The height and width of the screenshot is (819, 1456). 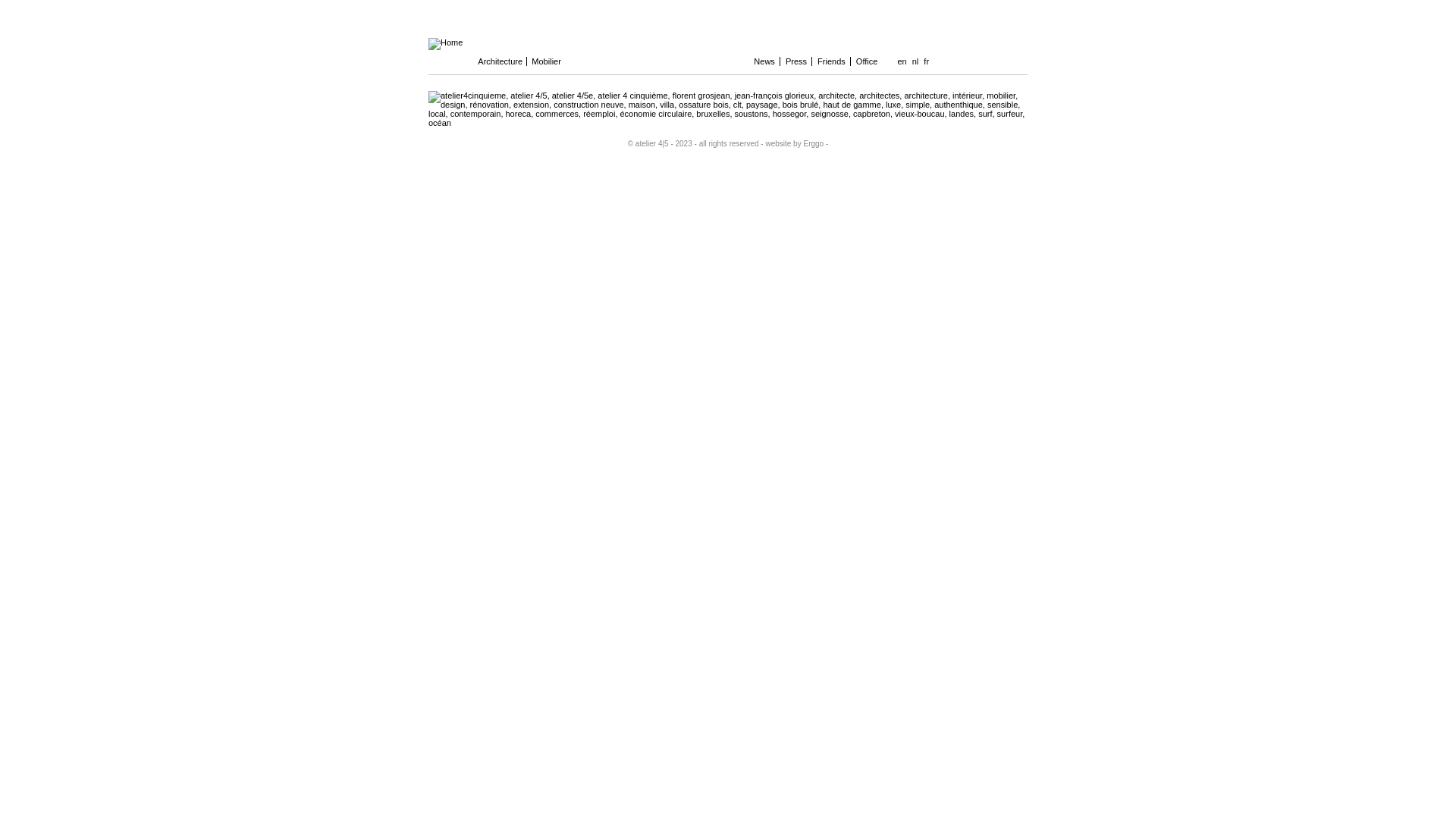 What do you see at coordinates (895, 61) in the screenshot?
I see `'en'` at bounding box center [895, 61].